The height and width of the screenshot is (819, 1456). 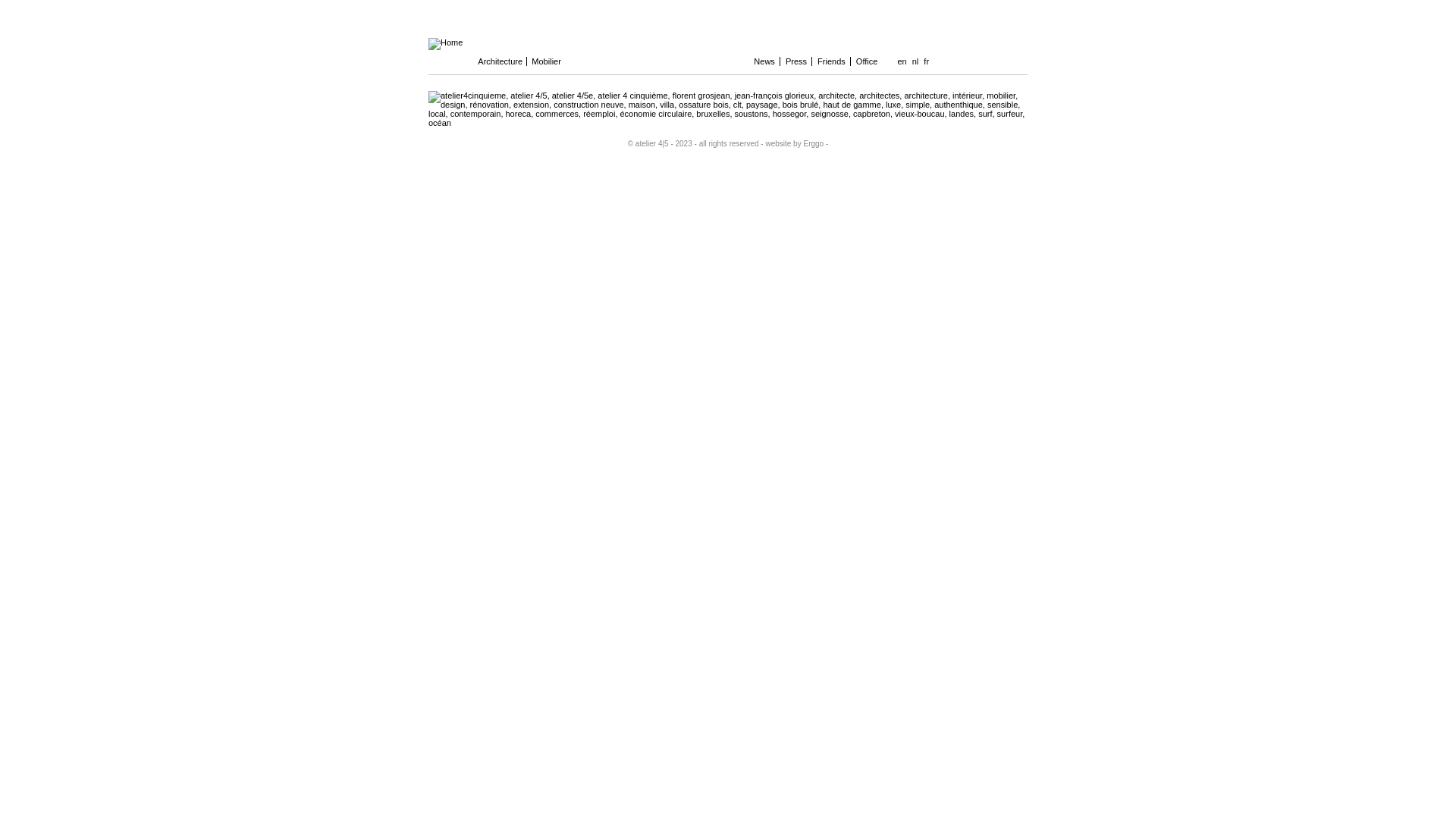 What do you see at coordinates (895, 61) in the screenshot?
I see `'en'` at bounding box center [895, 61].